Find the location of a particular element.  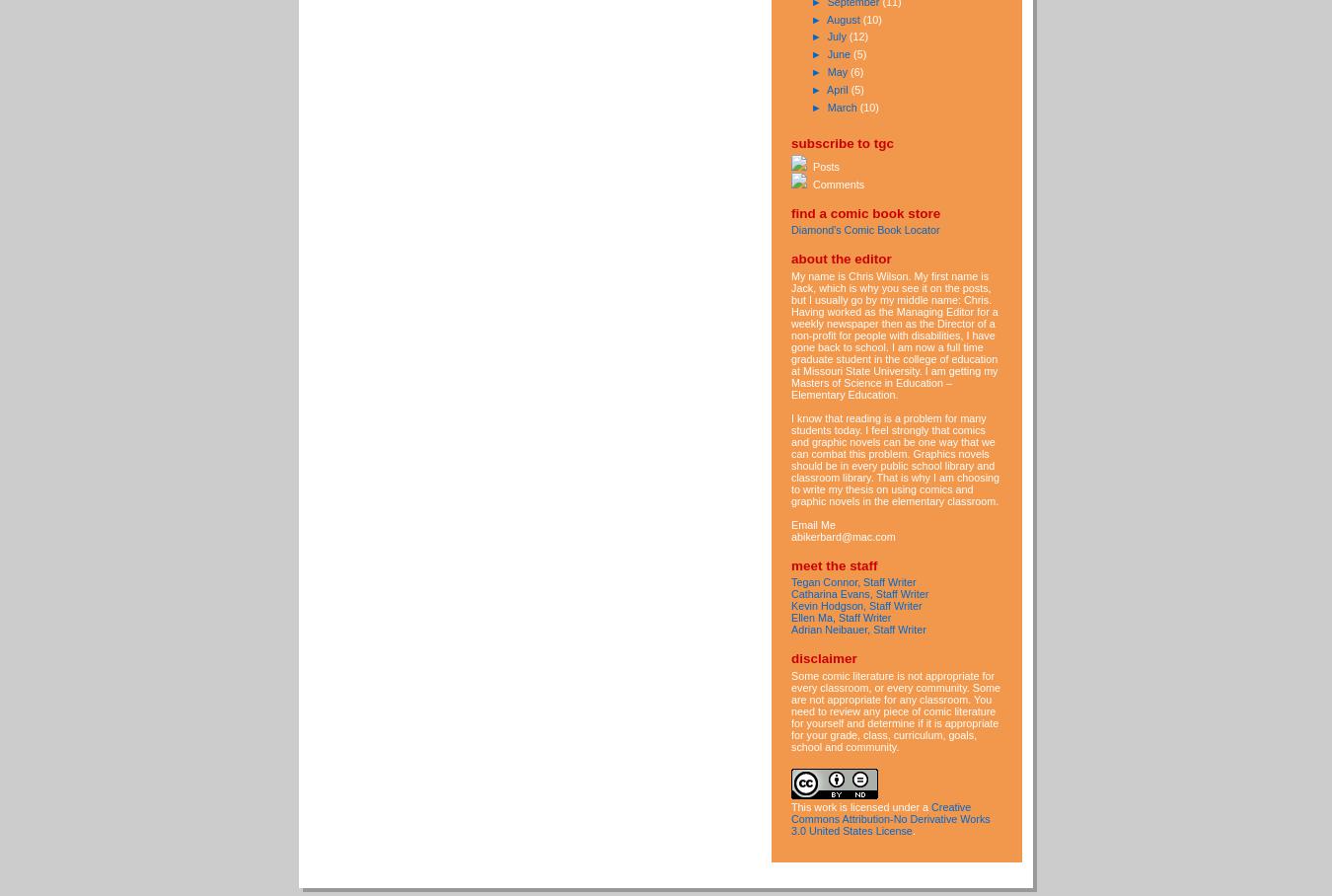

'Adrian Neibauer, Staff Writer' is located at coordinates (857, 628).